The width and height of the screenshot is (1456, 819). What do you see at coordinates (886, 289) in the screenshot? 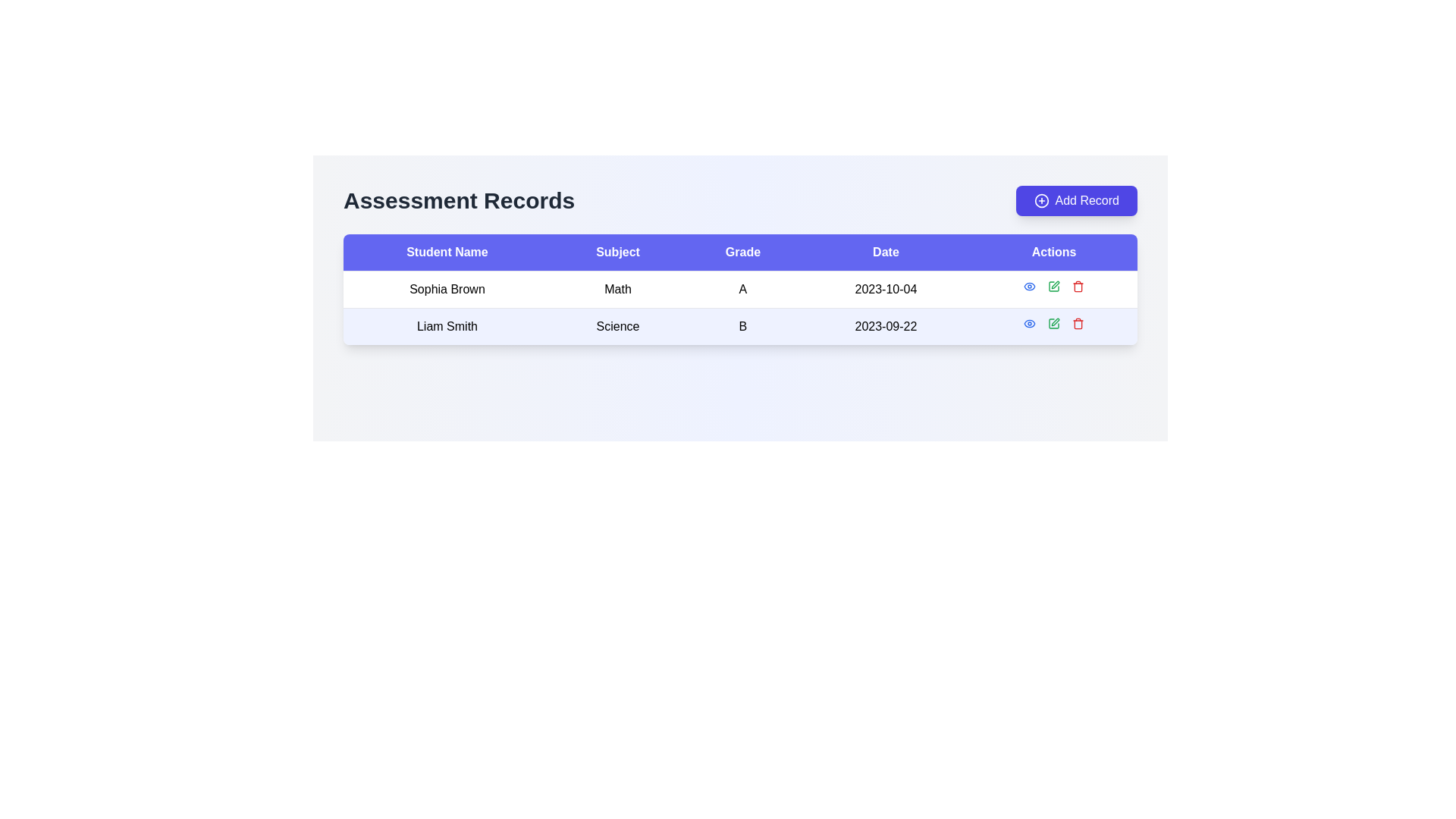
I see `the text label indicating the recorded date of an event, located in the fourth column of the first row beneath the 'Date' header, aligned with 'Sophia Brown' and 'Math'` at bounding box center [886, 289].